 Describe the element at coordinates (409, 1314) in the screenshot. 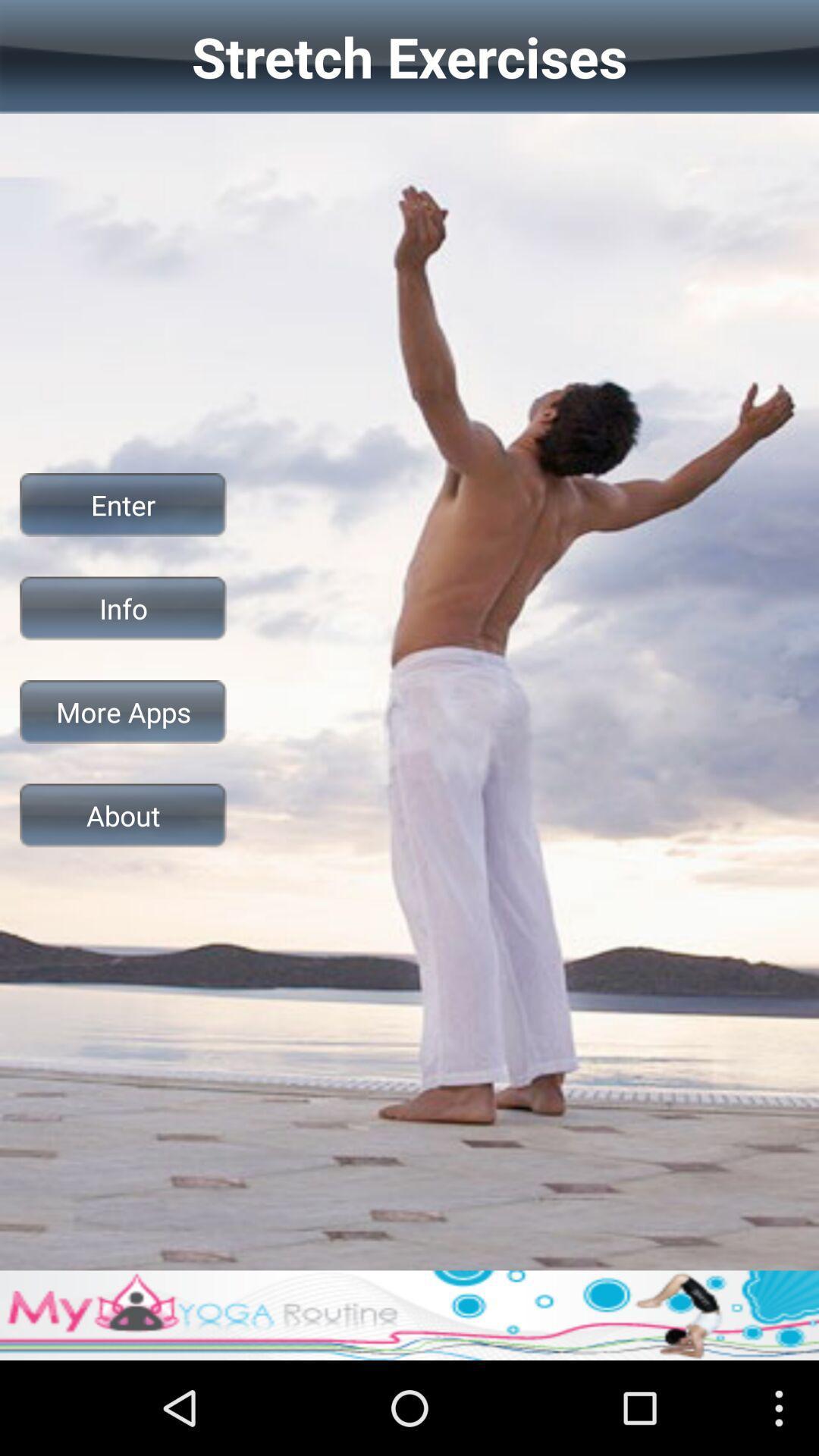

I see `visit sponsor advertisement` at that location.